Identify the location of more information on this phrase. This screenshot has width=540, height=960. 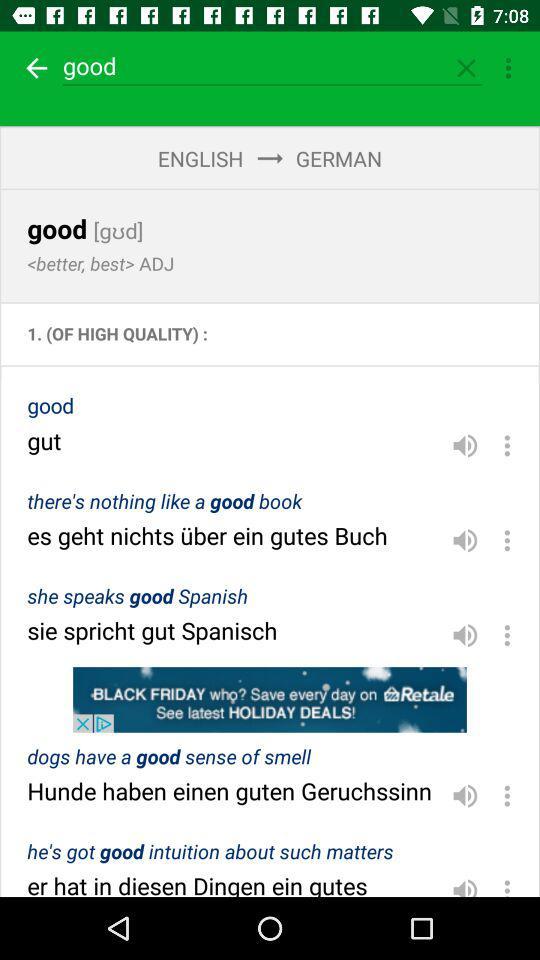
(507, 882).